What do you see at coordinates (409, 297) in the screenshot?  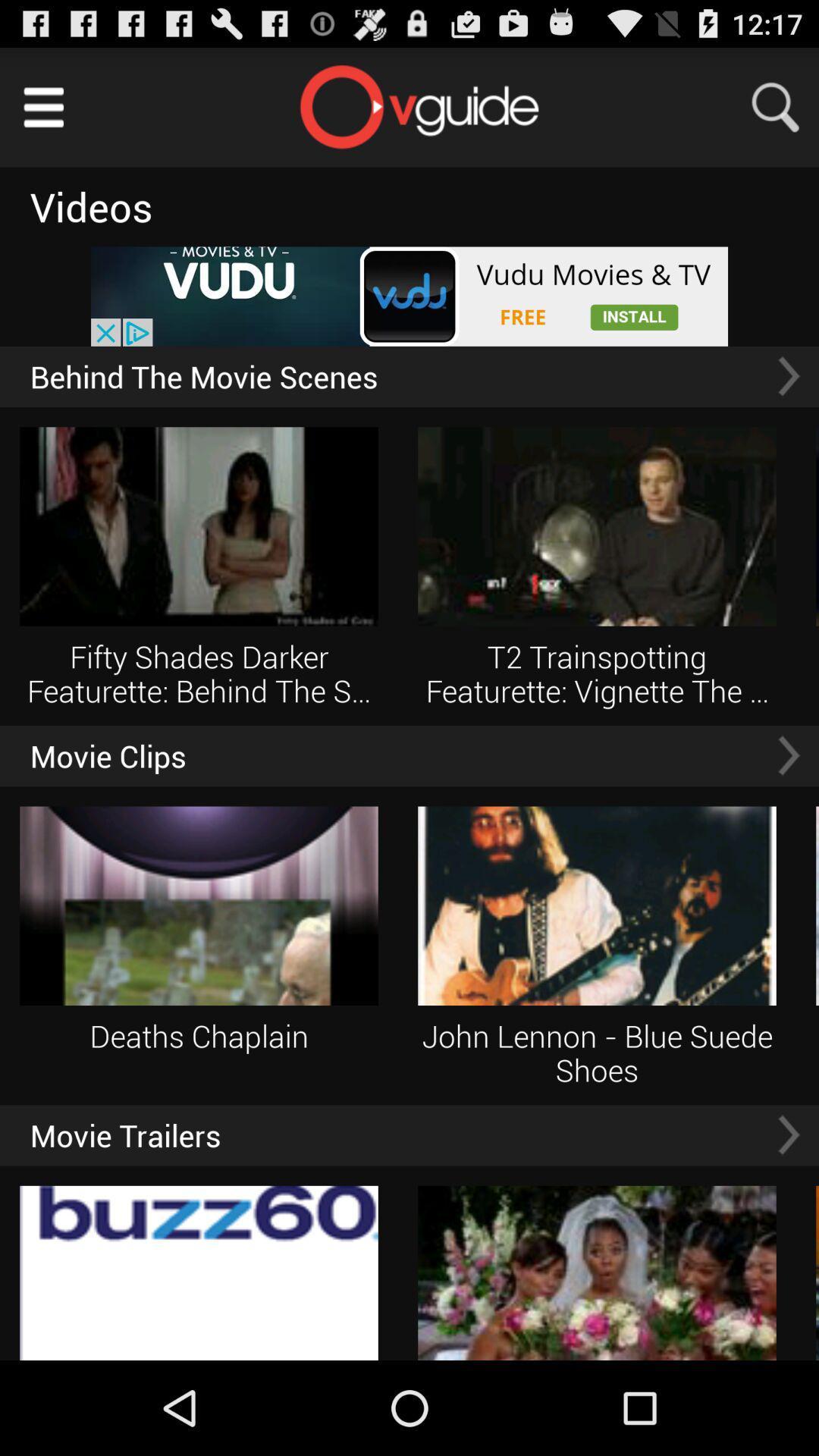 I see `advertisement` at bounding box center [409, 297].